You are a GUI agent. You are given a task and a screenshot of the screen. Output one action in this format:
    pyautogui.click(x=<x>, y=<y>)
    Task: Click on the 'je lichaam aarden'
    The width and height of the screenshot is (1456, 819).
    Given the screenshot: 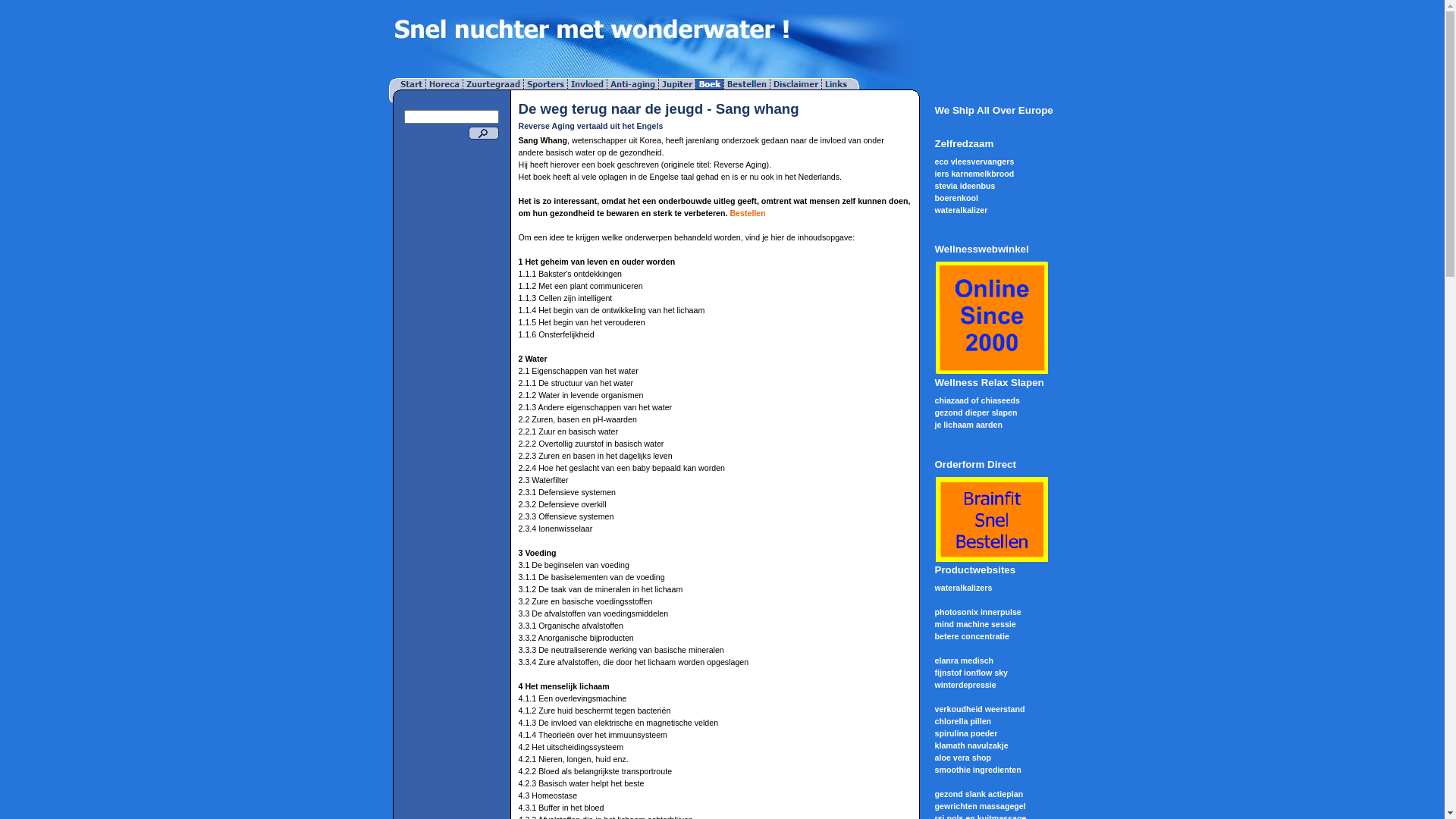 What is the action you would take?
    pyautogui.click(x=967, y=424)
    